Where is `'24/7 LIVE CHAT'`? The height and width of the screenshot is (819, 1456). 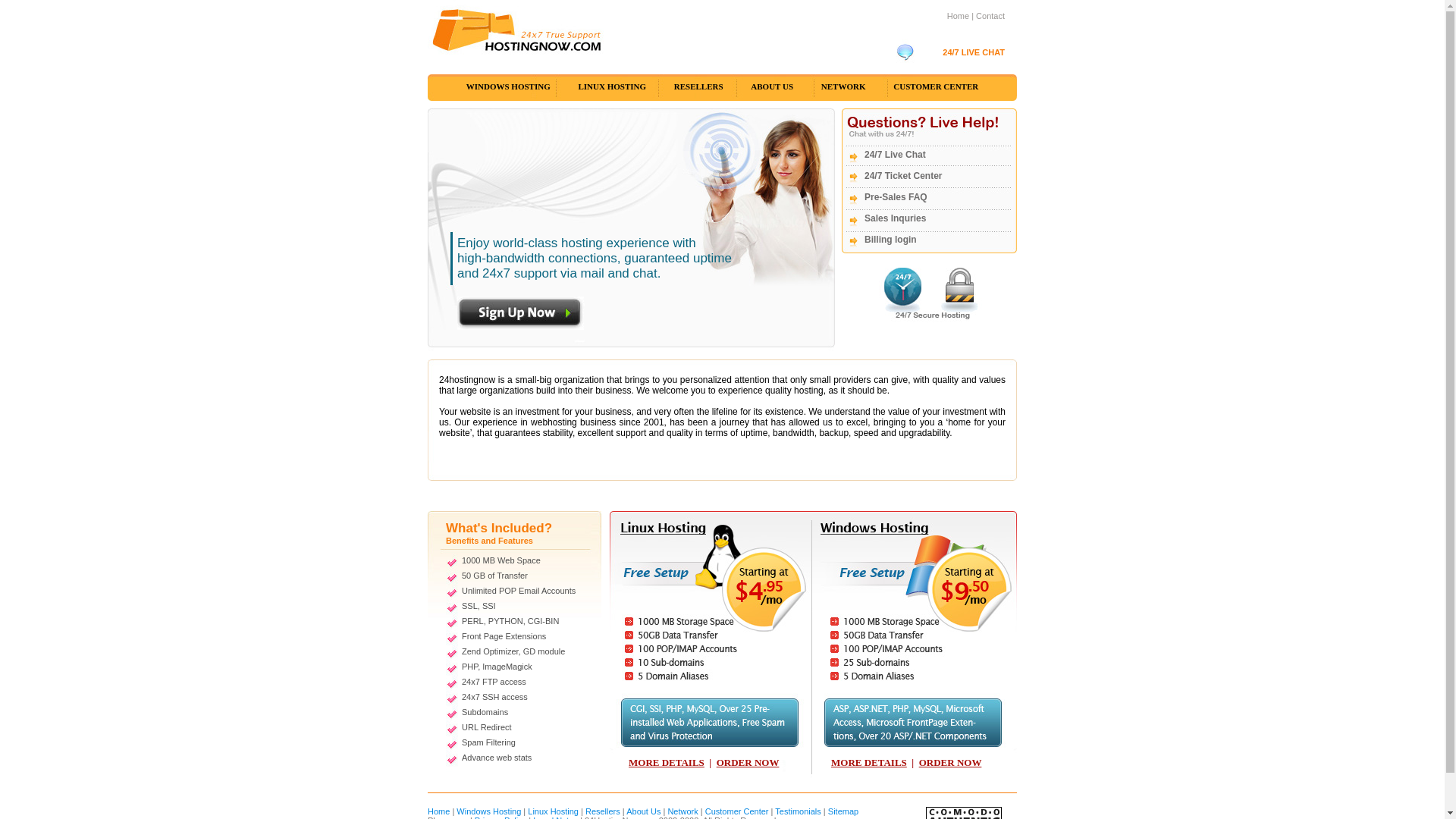
'24/7 LIVE CHAT' is located at coordinates (973, 52).